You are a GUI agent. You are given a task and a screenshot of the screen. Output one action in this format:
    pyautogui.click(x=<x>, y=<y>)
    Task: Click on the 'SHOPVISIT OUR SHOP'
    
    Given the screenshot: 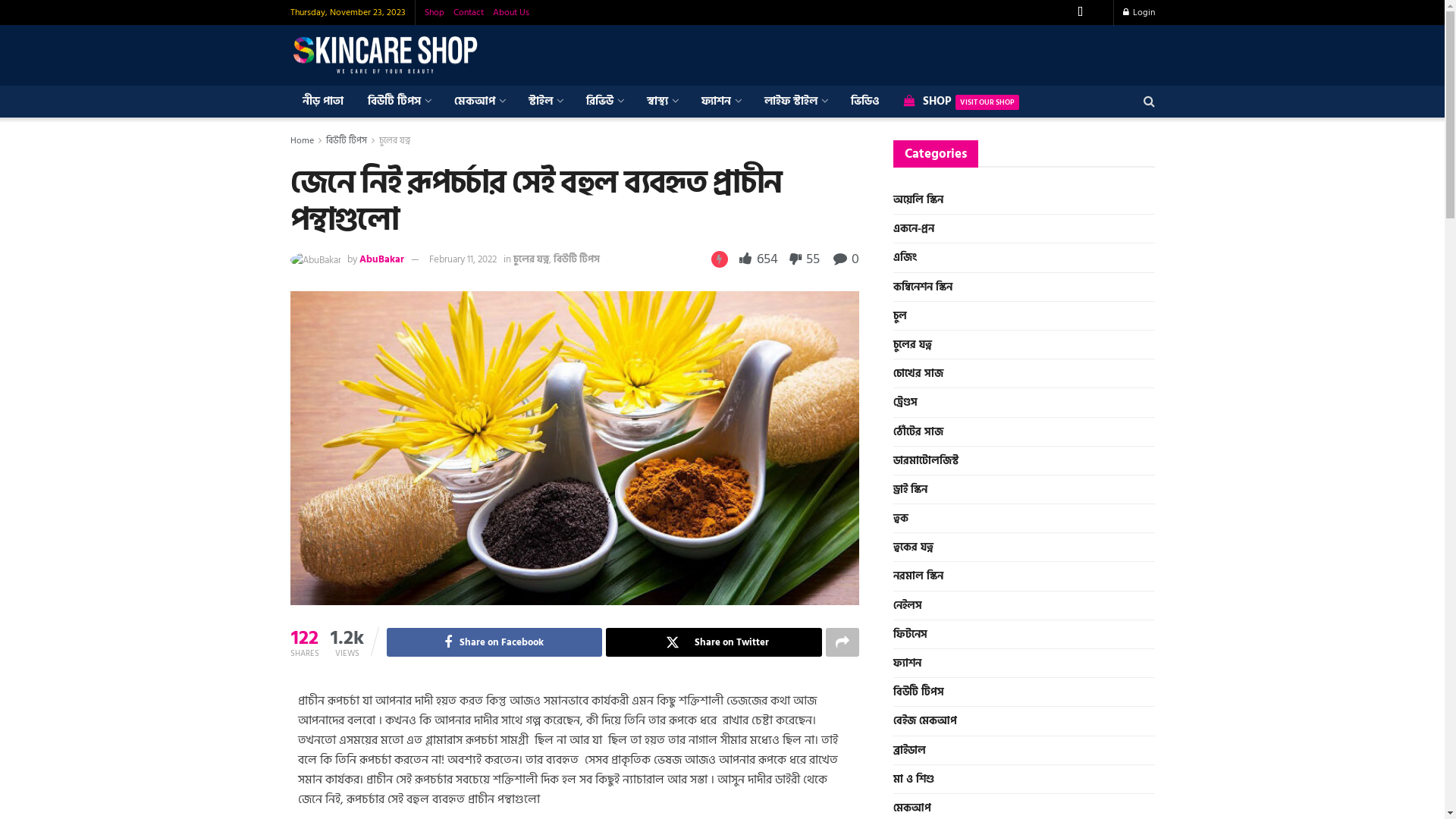 What is the action you would take?
    pyautogui.click(x=960, y=102)
    